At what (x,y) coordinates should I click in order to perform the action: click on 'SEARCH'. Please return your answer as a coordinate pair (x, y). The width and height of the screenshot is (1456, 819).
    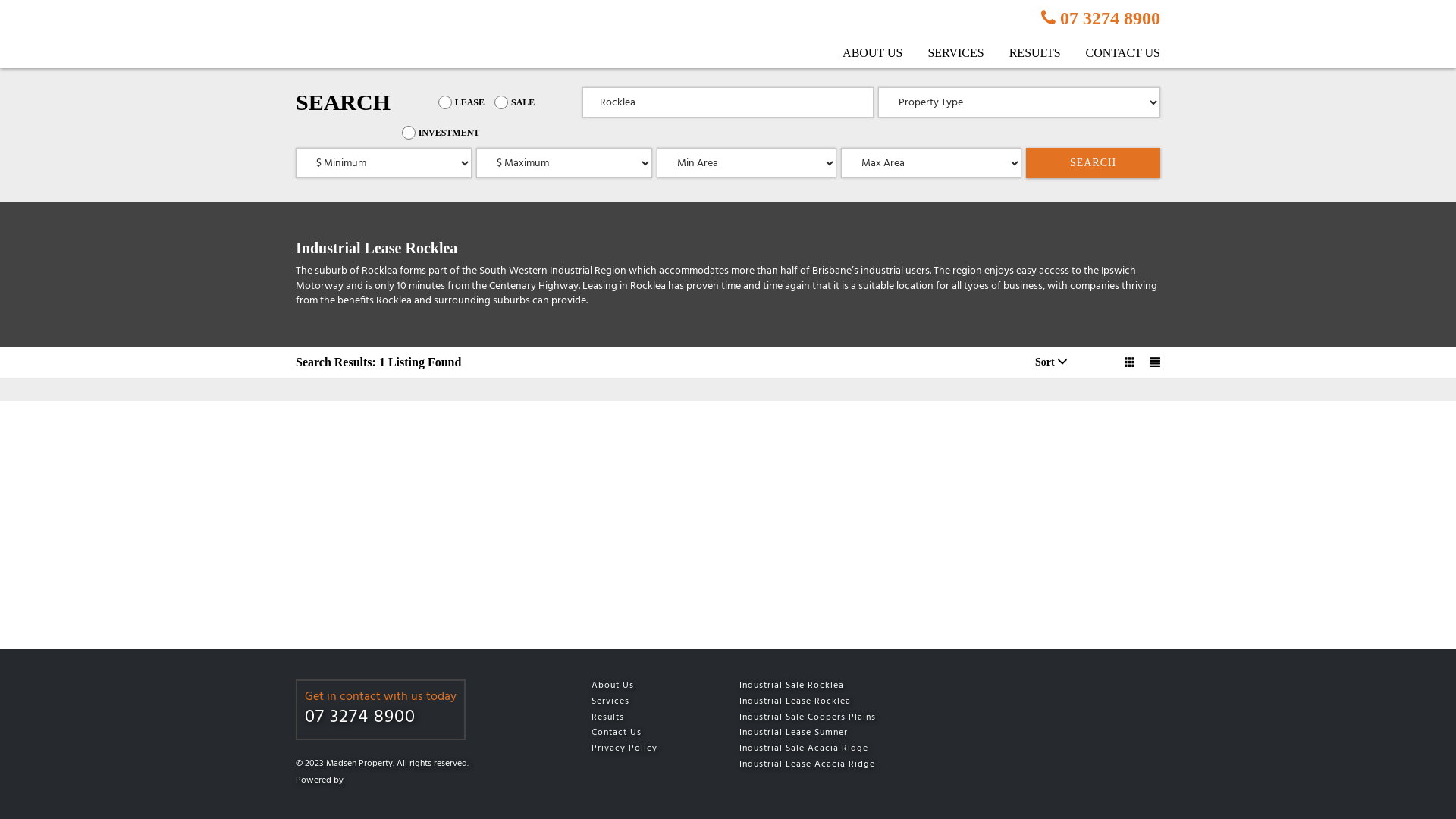
    Looking at the image, I should click on (1093, 163).